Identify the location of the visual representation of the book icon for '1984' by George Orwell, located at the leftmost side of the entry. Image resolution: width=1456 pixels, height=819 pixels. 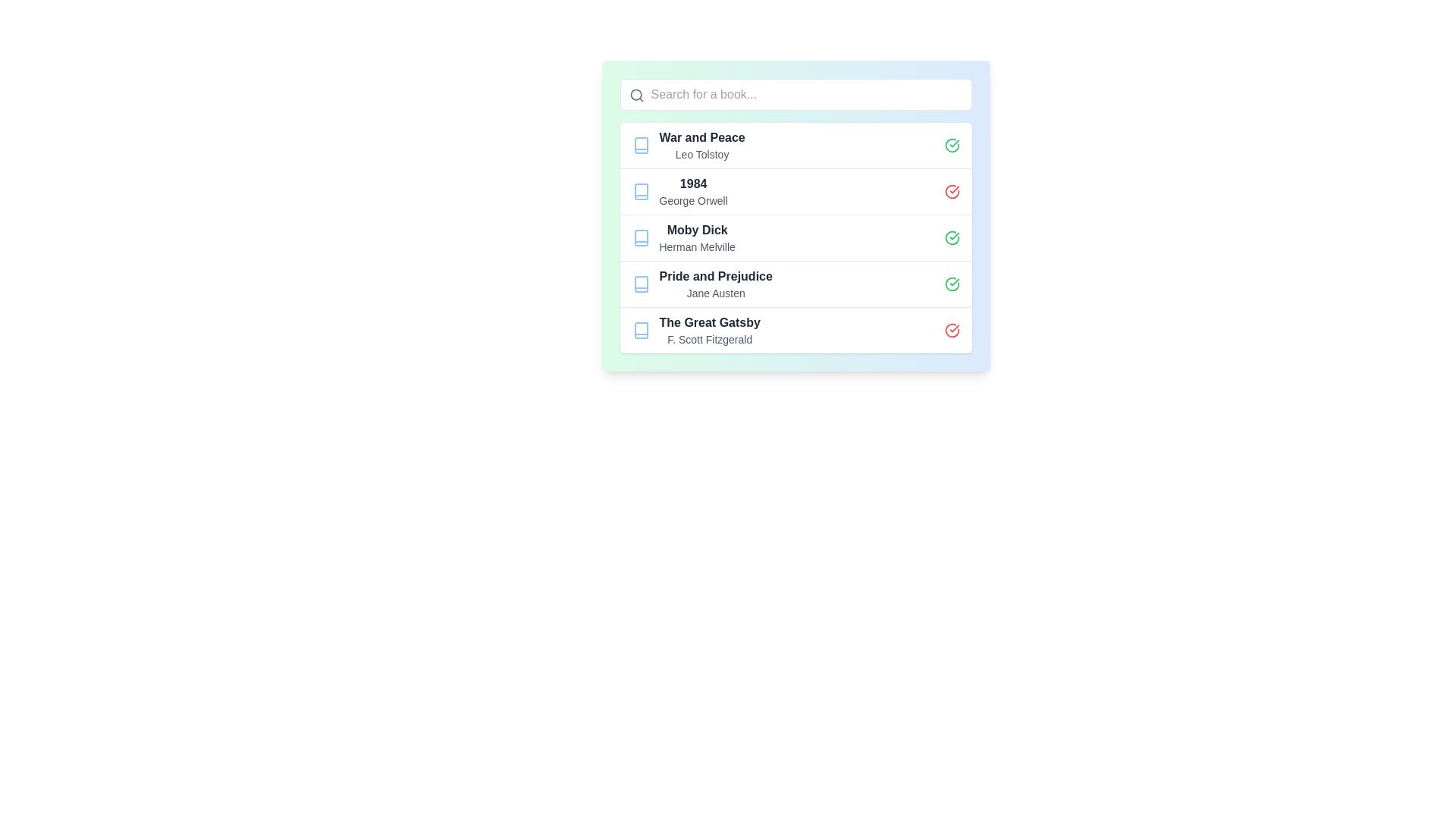
(641, 191).